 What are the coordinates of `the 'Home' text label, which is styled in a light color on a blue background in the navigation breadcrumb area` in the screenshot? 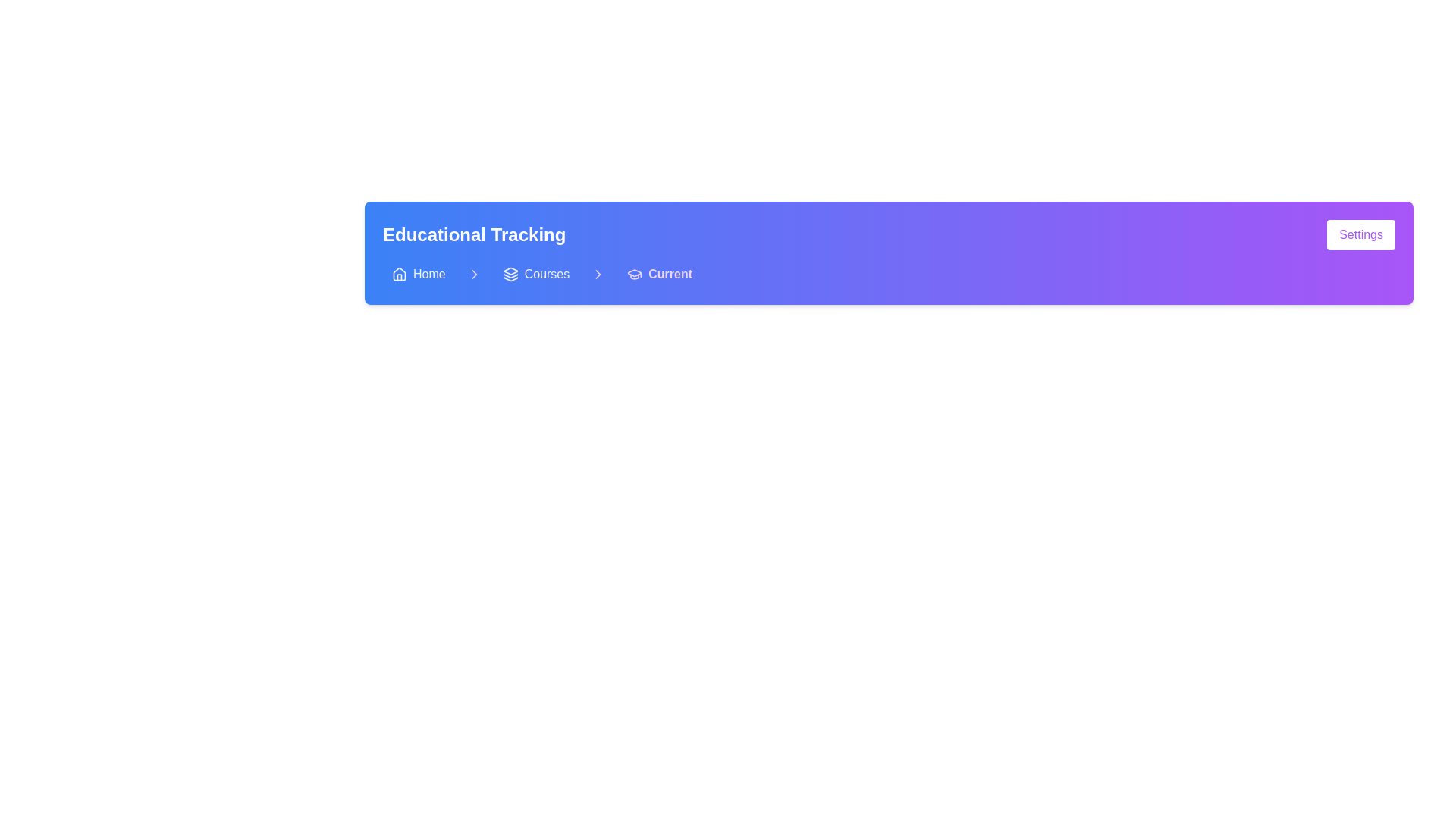 It's located at (428, 275).